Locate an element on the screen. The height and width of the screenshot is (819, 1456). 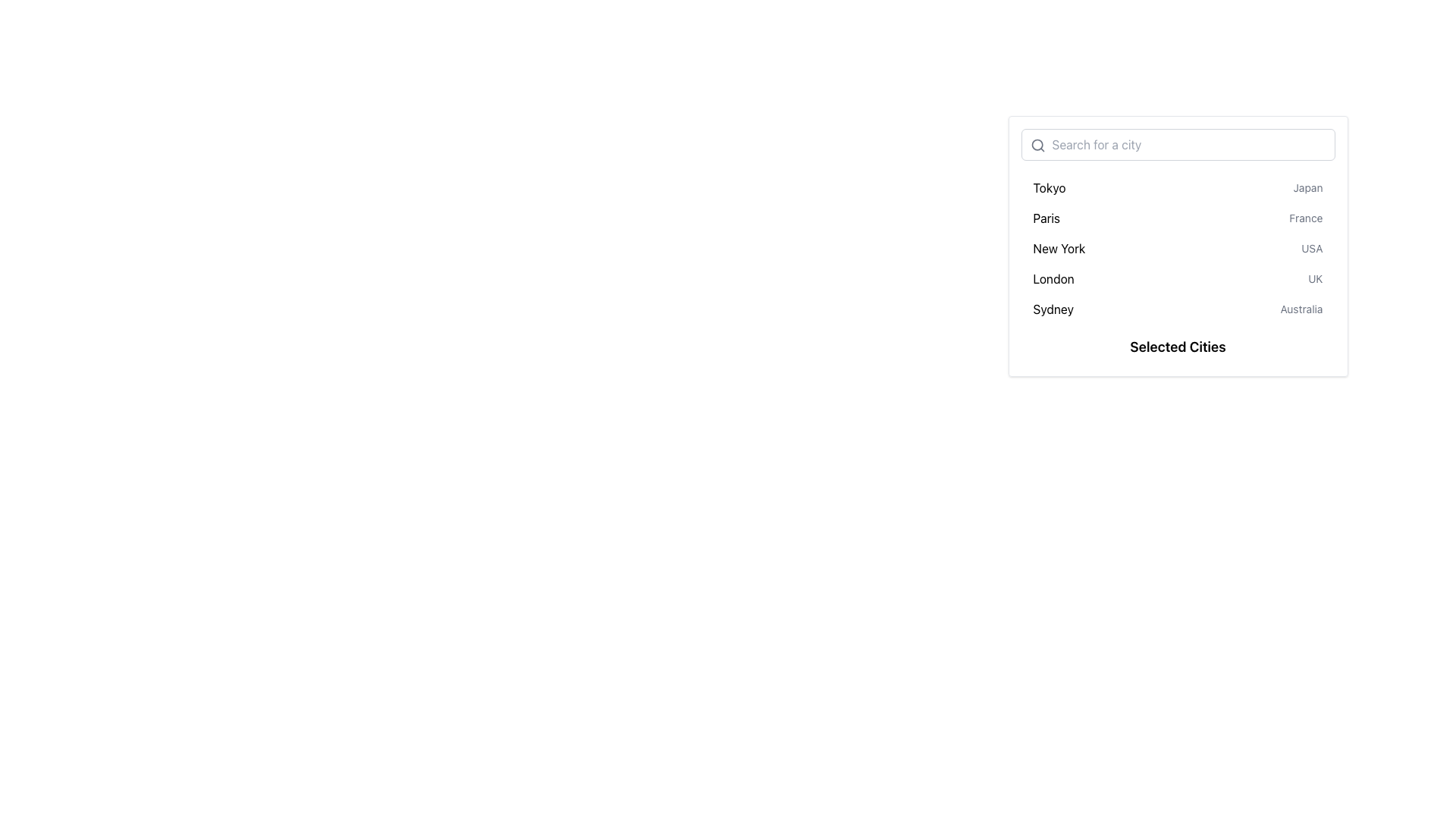
the text element representing the city 'London' is located at coordinates (1052, 278).